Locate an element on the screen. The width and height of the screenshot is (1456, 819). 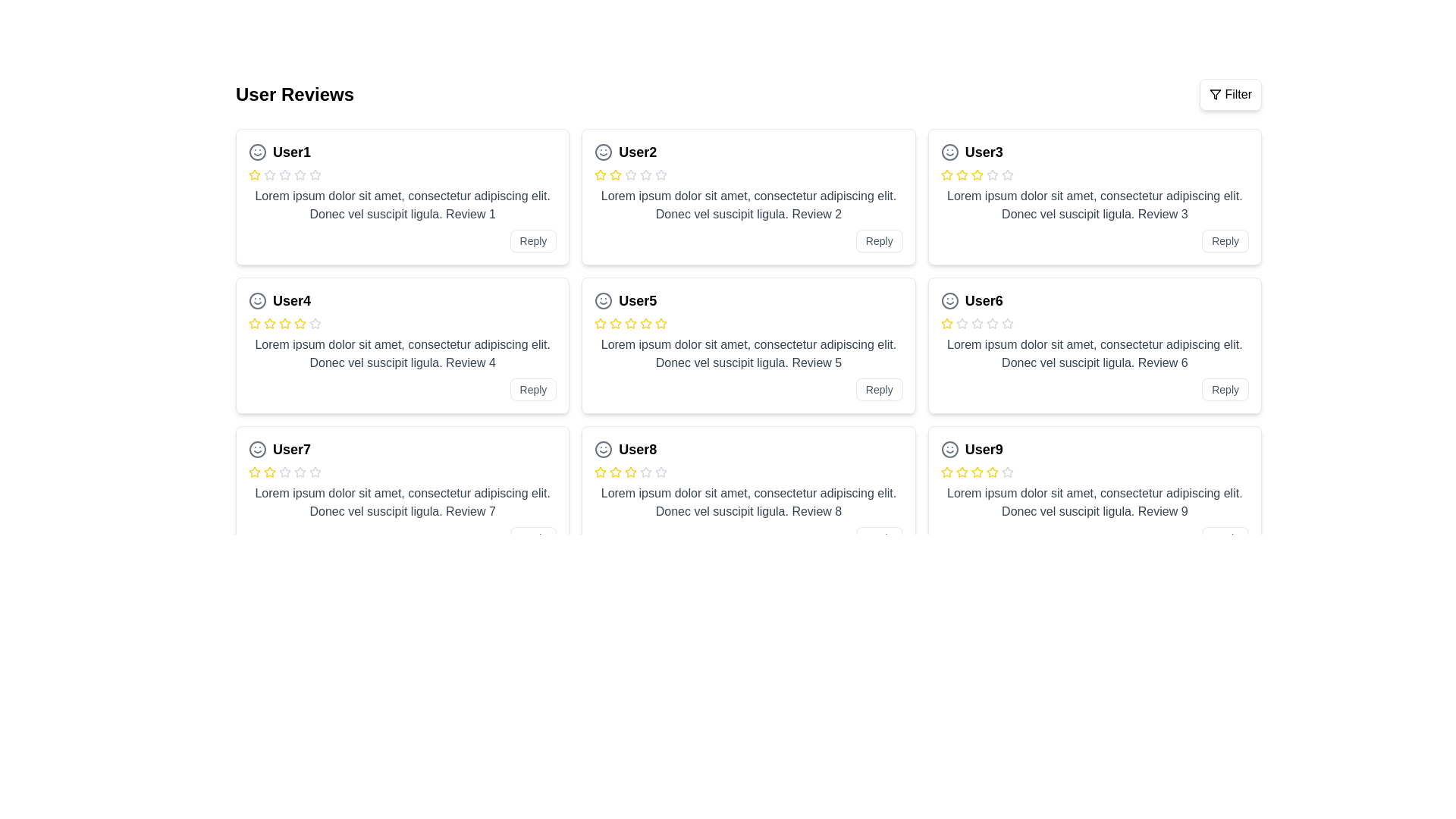
the second star icon in 'User6's review card to toggle the rating state is located at coordinates (977, 322).